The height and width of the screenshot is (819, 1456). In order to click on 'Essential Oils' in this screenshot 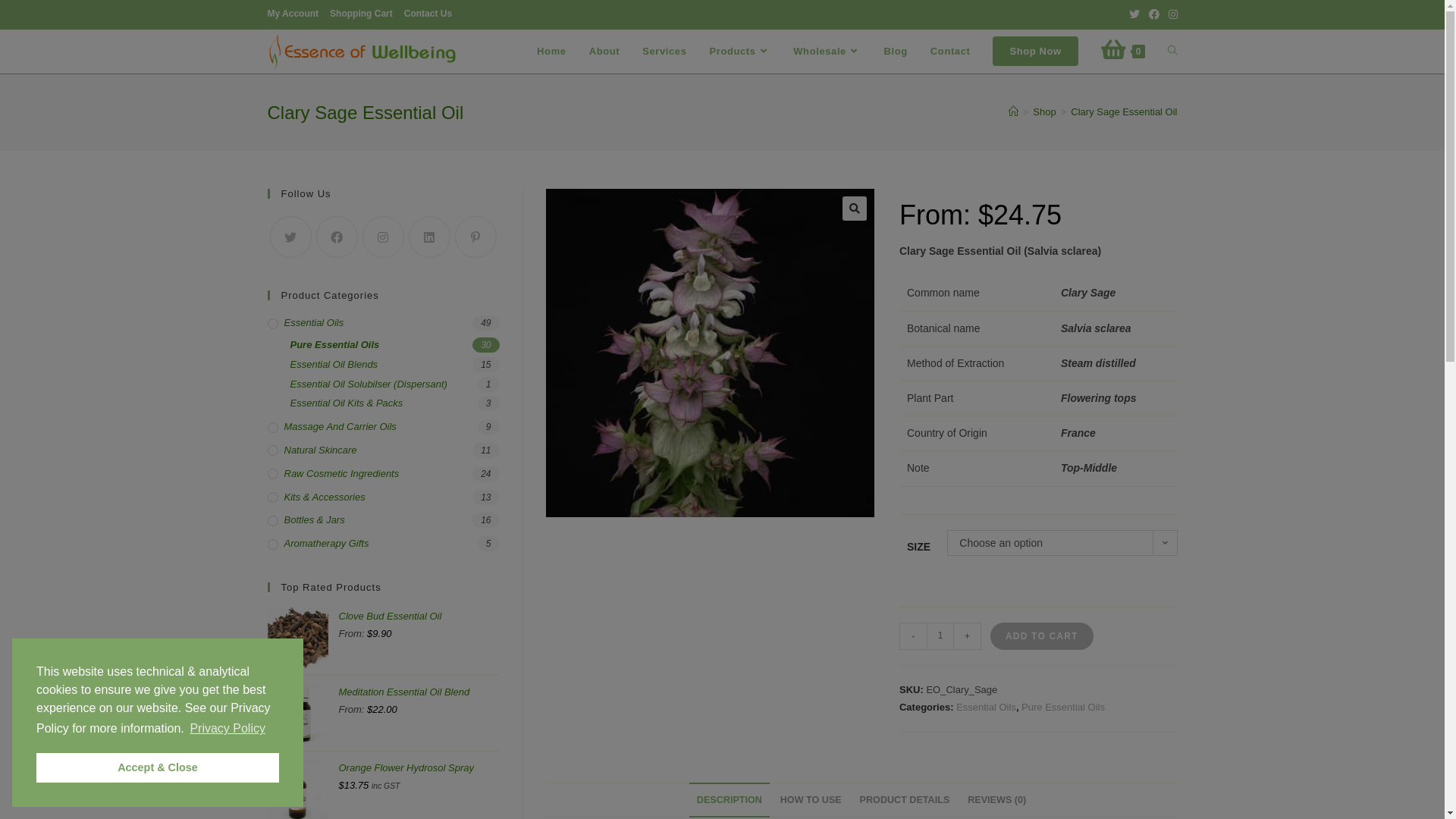, I will do `click(382, 322)`.